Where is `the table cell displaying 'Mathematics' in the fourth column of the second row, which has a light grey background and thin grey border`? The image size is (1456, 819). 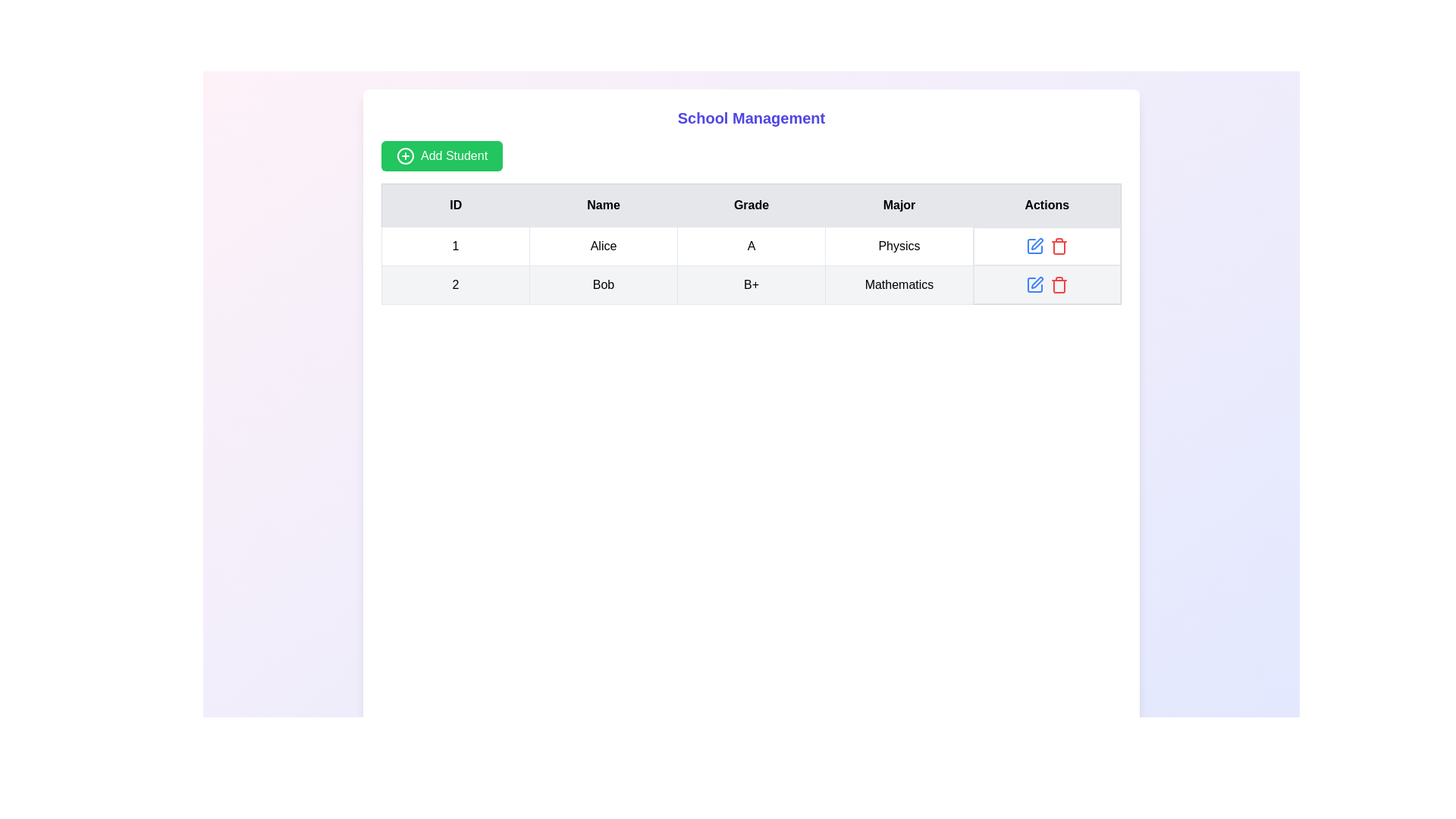
the table cell displaying 'Mathematics' in the fourth column of the second row, which has a light grey background and thin grey border is located at coordinates (899, 284).